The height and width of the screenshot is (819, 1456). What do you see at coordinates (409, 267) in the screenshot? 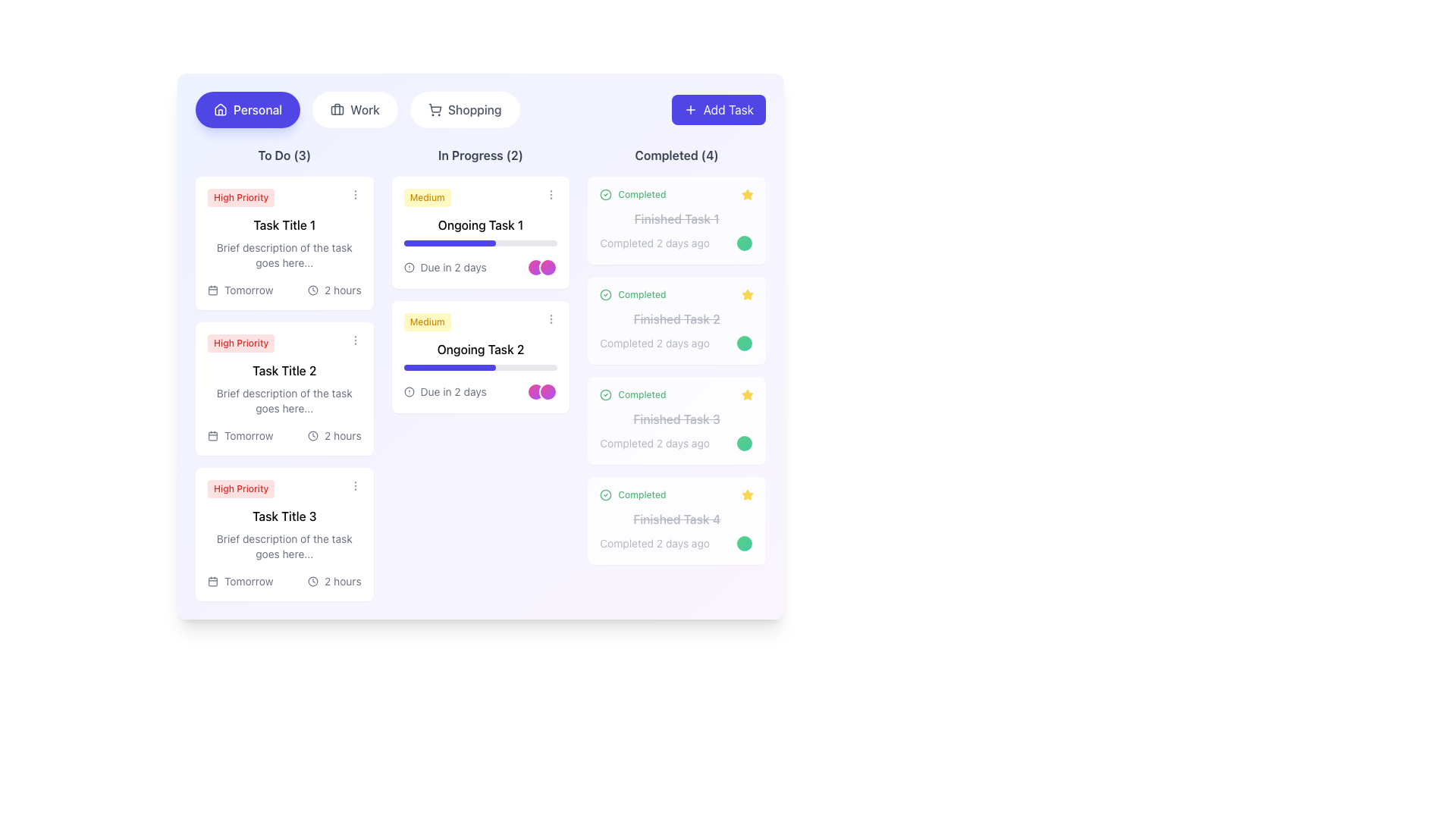
I see `the circular icon with an alert symbol located in the 'In Progress' section of the 'Ongoing Task 1' card, next to the text 'Due in 2 days'` at bounding box center [409, 267].